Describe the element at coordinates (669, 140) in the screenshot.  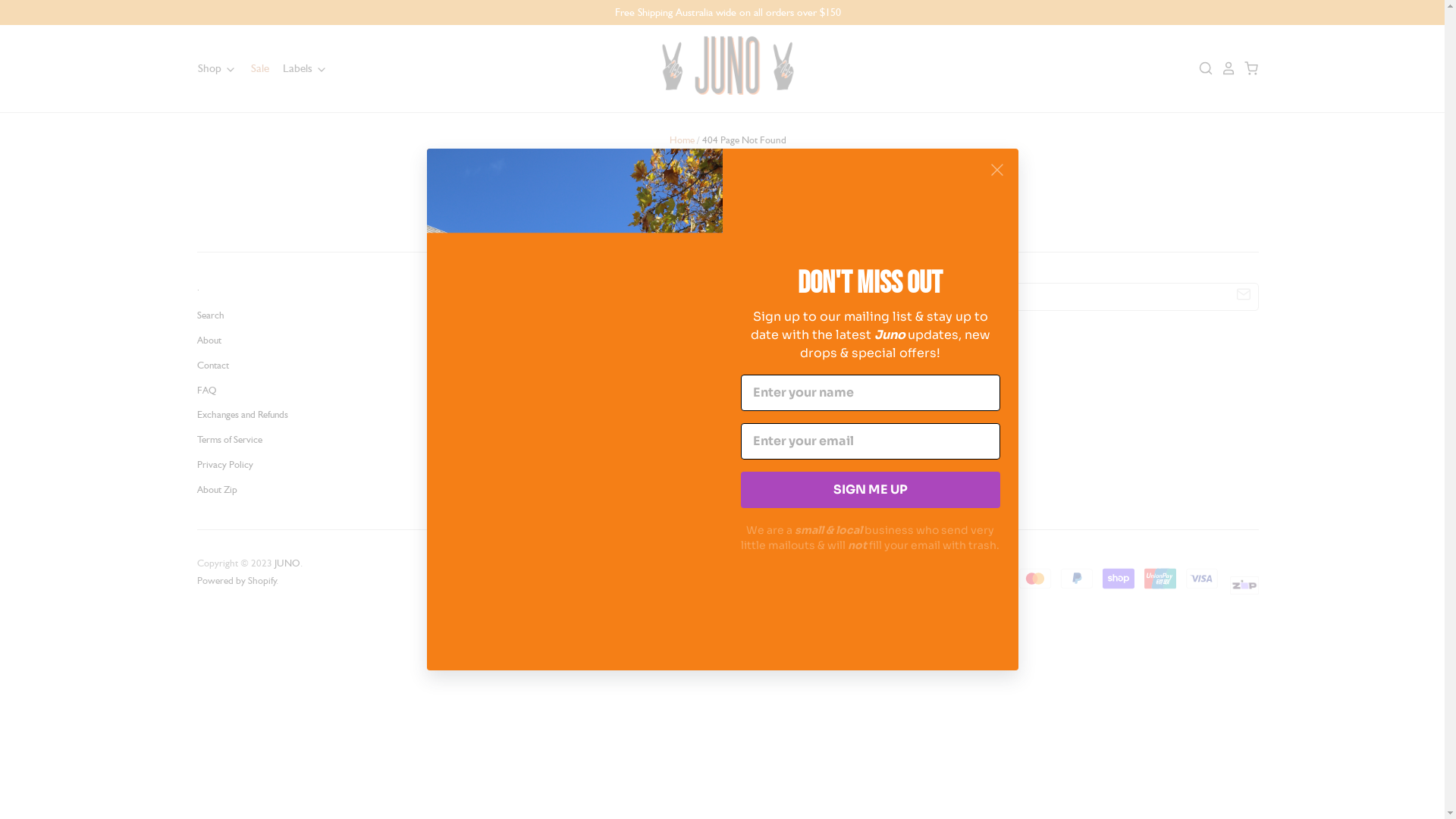
I see `'Home'` at that location.